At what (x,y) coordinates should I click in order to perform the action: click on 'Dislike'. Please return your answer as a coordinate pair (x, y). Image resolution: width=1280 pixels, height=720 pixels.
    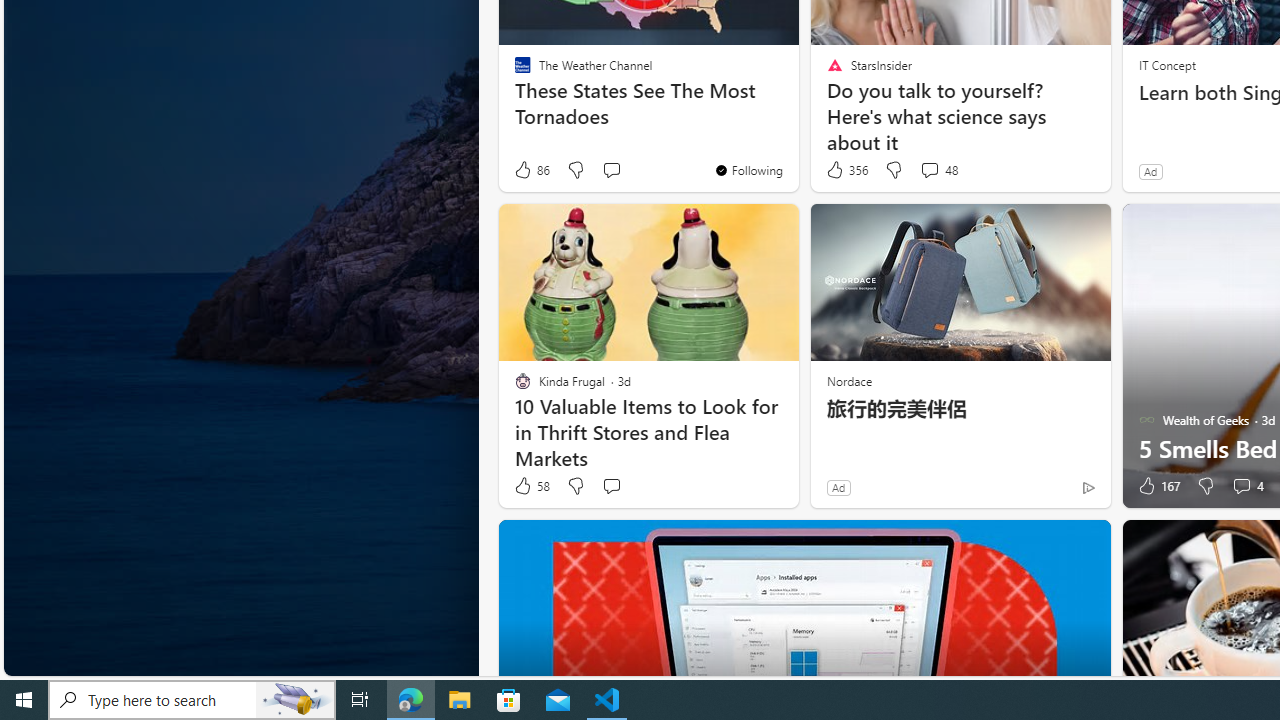
    Looking at the image, I should click on (1204, 486).